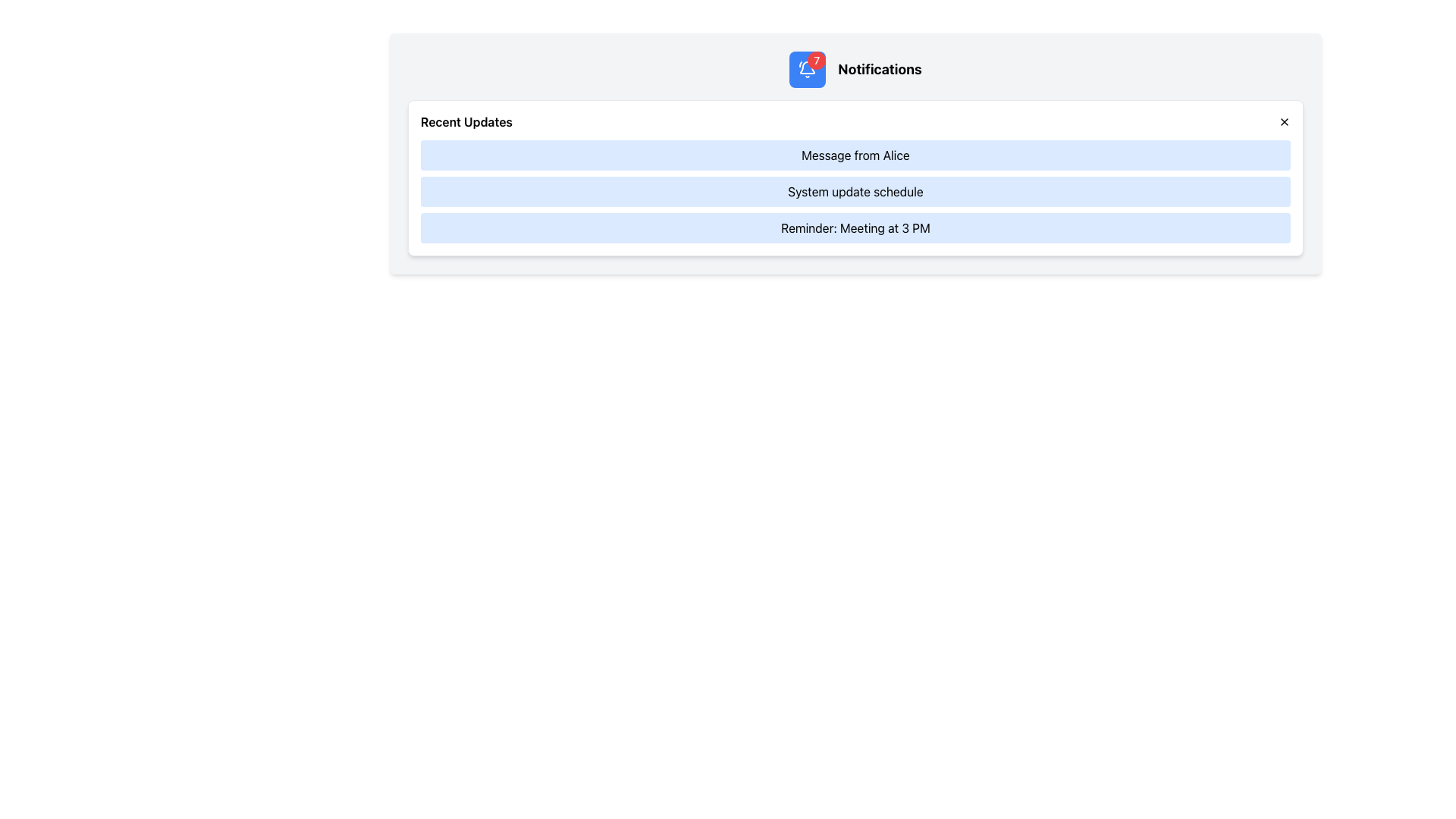 The width and height of the screenshot is (1456, 819). What do you see at coordinates (880, 70) in the screenshot?
I see `the 'Notifications' text label, which is bold and large-sized, located next to a notification icon with a blue background and a red badge showing '7'` at bounding box center [880, 70].